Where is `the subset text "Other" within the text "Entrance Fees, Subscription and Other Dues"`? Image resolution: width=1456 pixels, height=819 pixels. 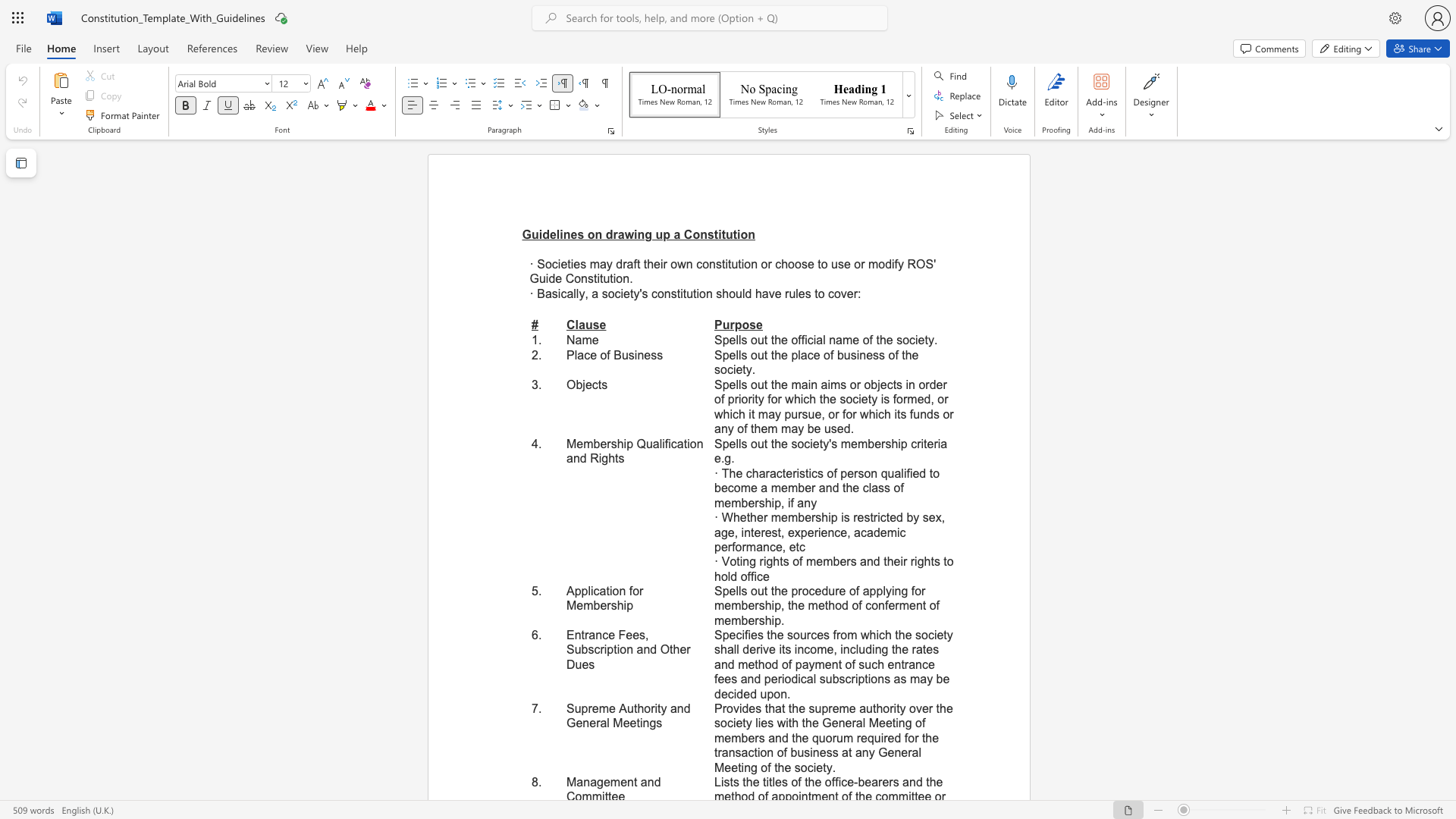
the subset text "Other" within the text "Entrance Fees, Subscription and Other Dues" is located at coordinates (660, 648).